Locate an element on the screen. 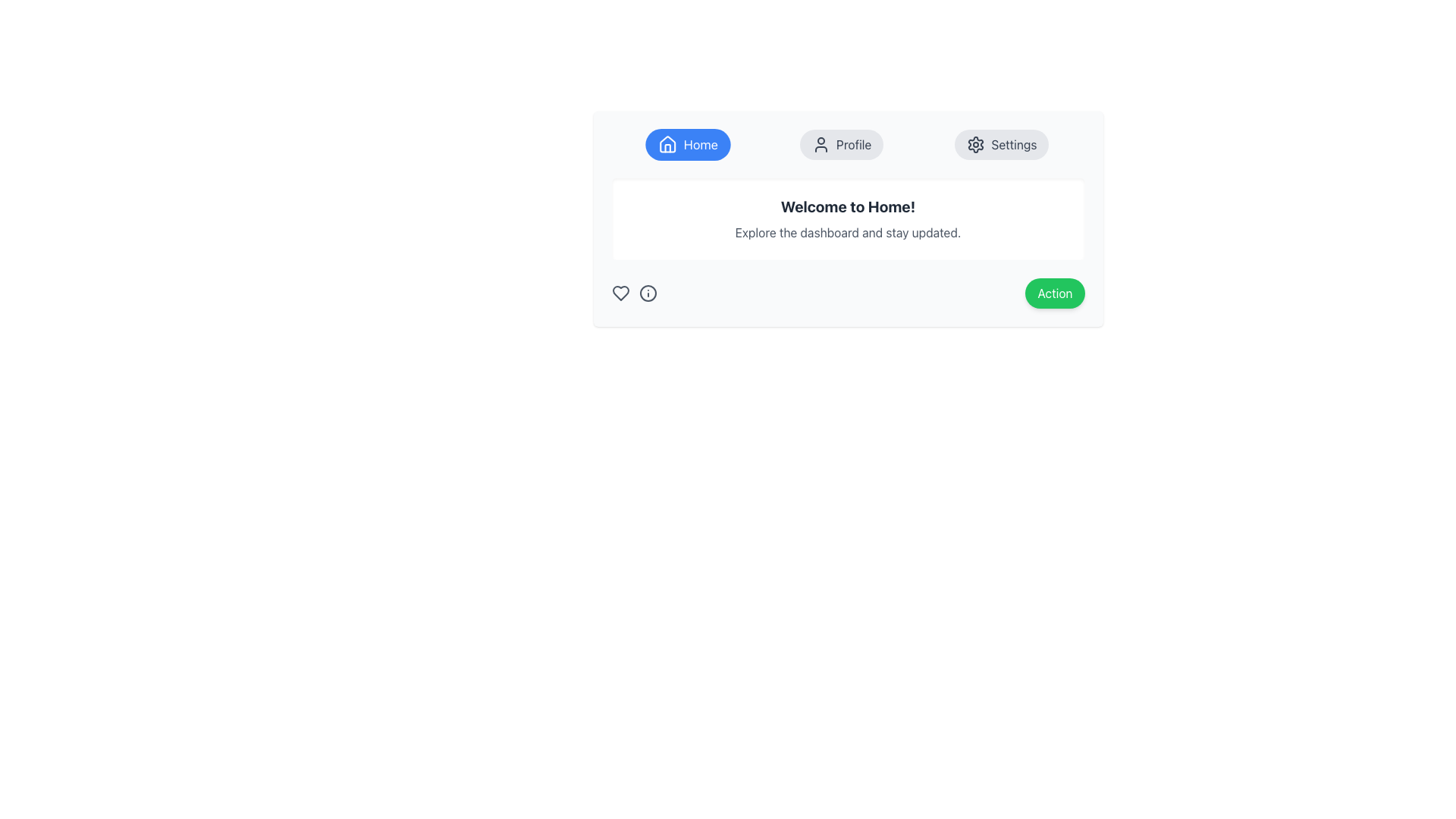 Image resolution: width=1456 pixels, height=819 pixels. the gear-shaped icon within the settings section of the header navigation to interact with the settings button is located at coordinates (976, 145).